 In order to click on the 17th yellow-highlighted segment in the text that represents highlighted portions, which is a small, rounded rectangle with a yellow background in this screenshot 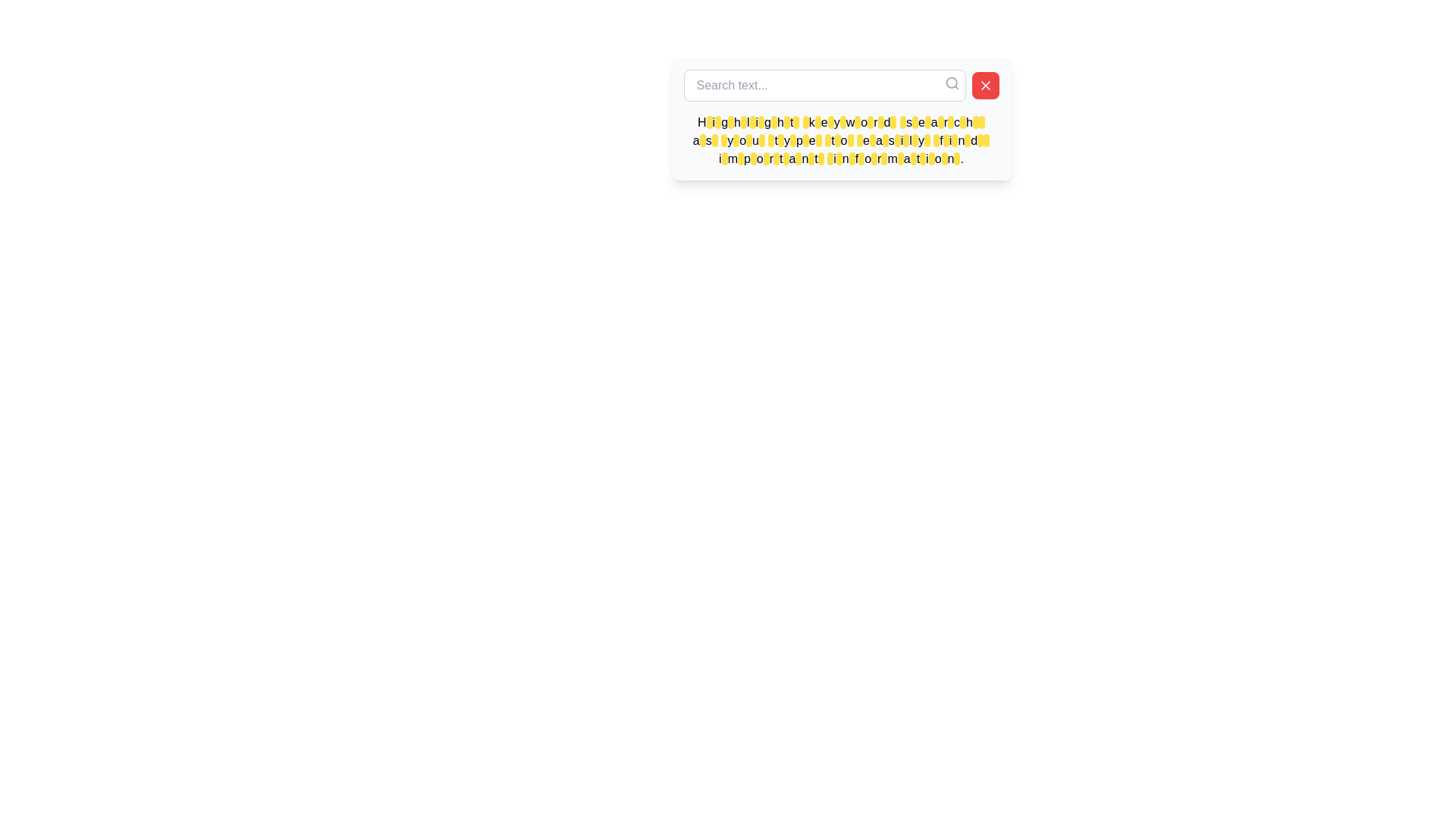, I will do `click(893, 121)`.